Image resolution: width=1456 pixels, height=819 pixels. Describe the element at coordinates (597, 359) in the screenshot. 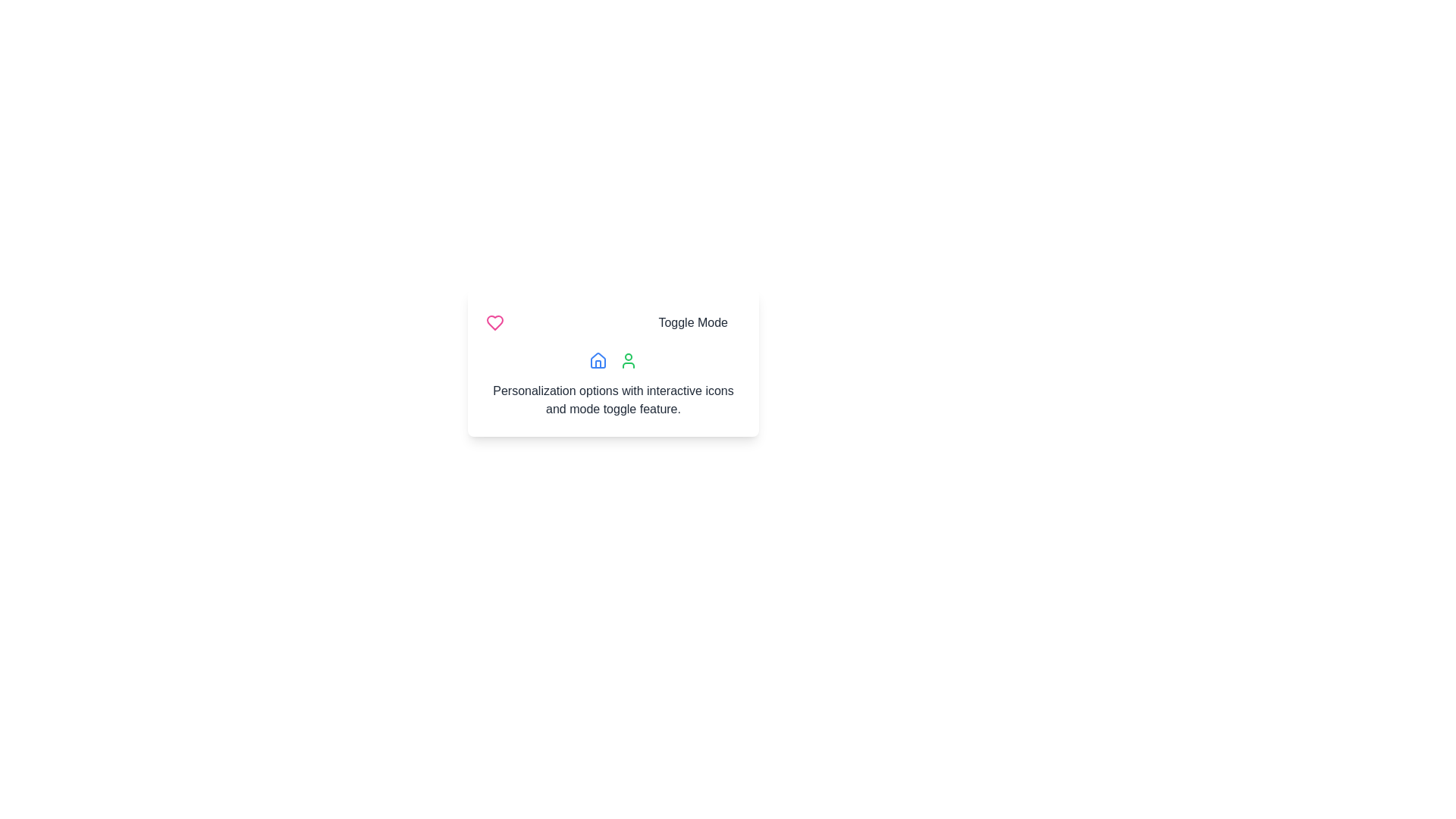

I see `the styling of the roof within the house icon, which is the uppermost part of the house-shaped SVG element located centrally among three icons` at that location.